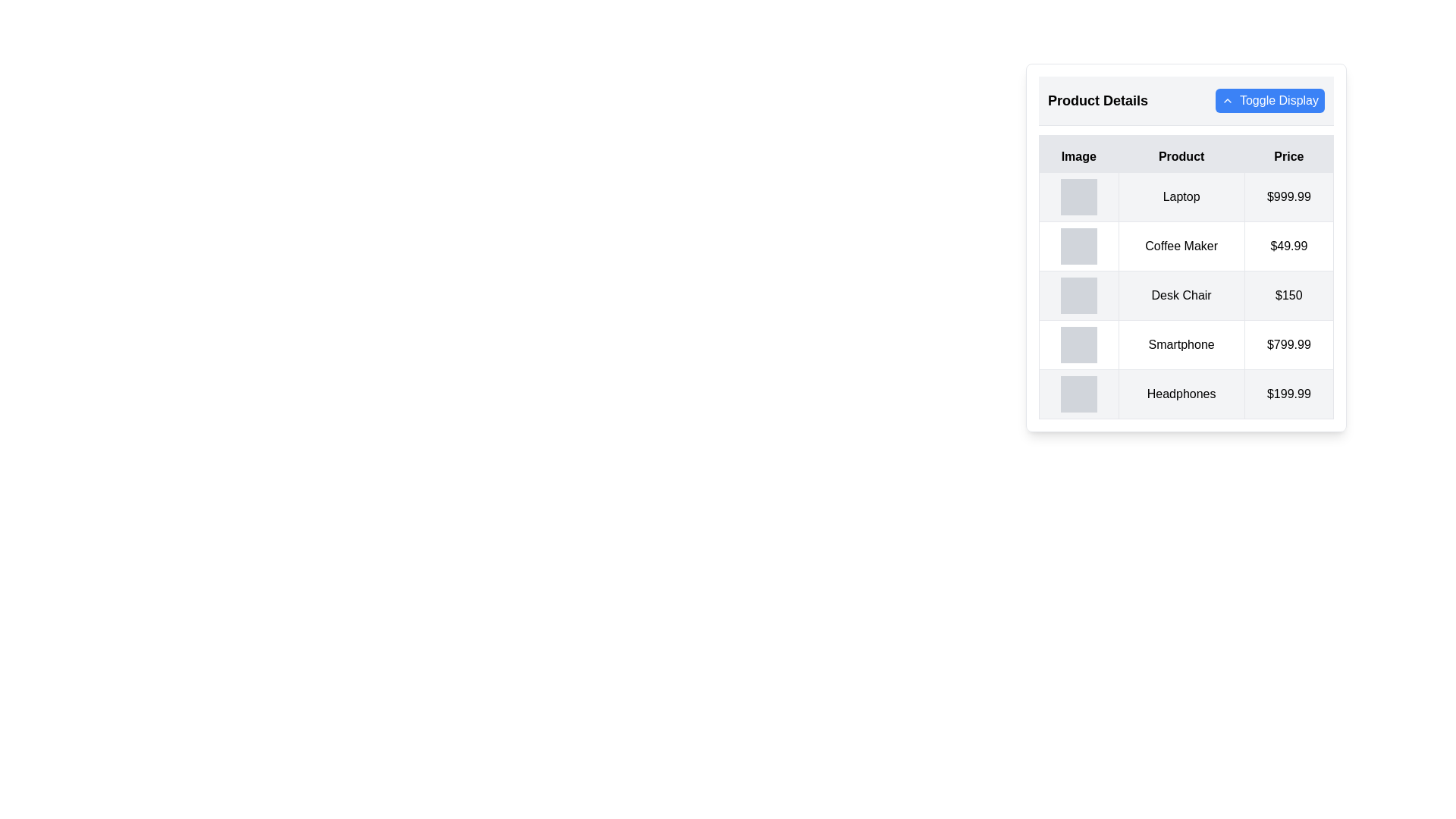 The image size is (1456, 819). What do you see at coordinates (1181, 154) in the screenshot?
I see `the Table Header Cell labeled 'Product'` at bounding box center [1181, 154].